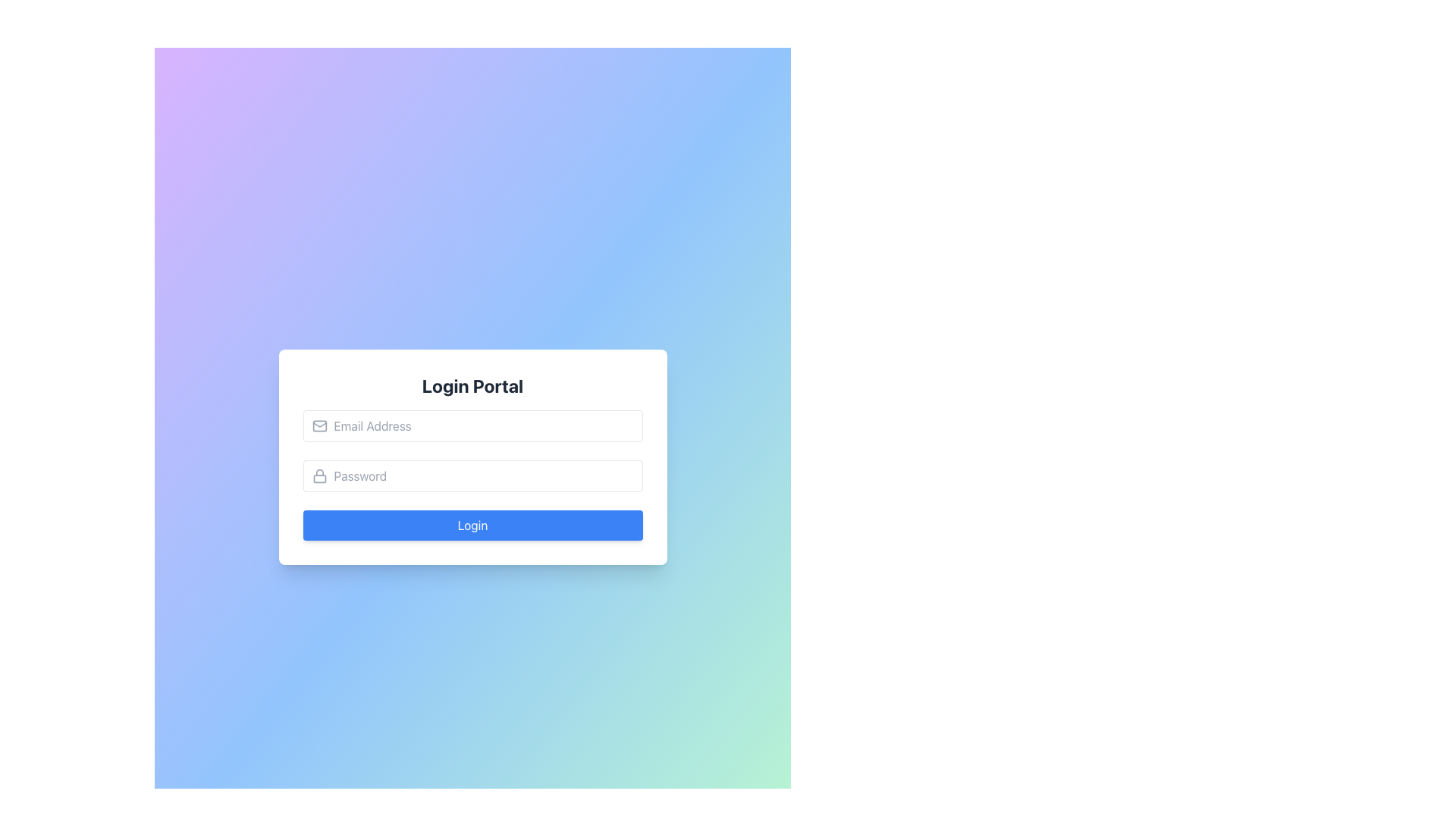 This screenshot has height=819, width=1456. What do you see at coordinates (318, 475) in the screenshot?
I see `the lock icon located at the leftmost side of the password input field in the login form, which visually indicates secure data entry` at bounding box center [318, 475].